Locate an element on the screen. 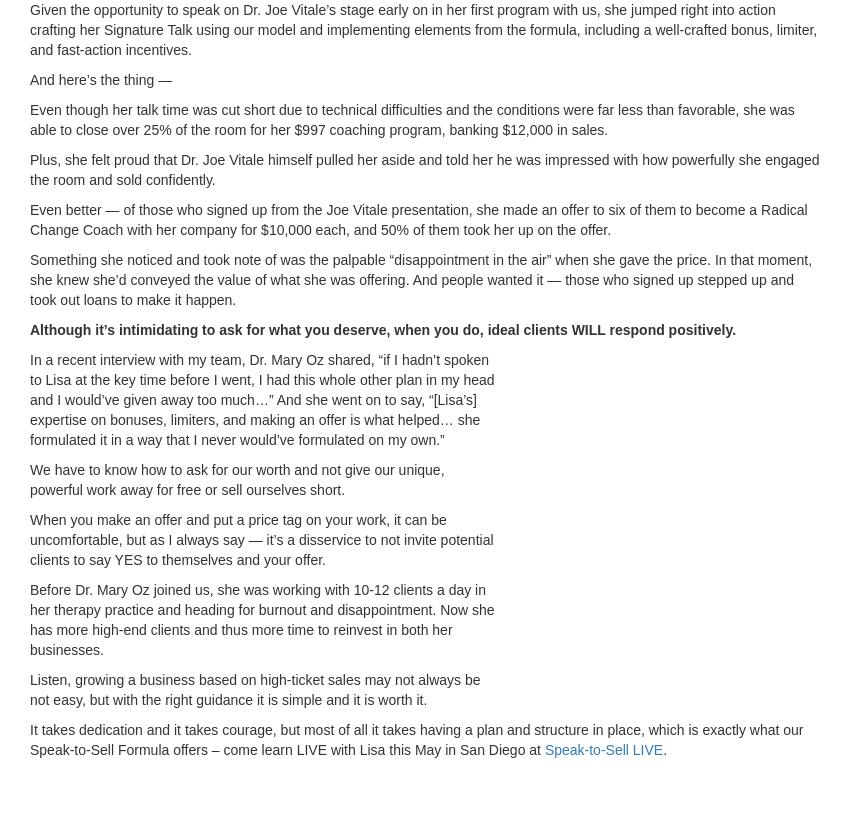  'Even better — of those who signed up from the Joe Vitale presentation, she made an offer to six of them to become a Radical Change Coach with her company for $10,000 each, and 50% of them took her up on the offer.' is located at coordinates (418, 220).